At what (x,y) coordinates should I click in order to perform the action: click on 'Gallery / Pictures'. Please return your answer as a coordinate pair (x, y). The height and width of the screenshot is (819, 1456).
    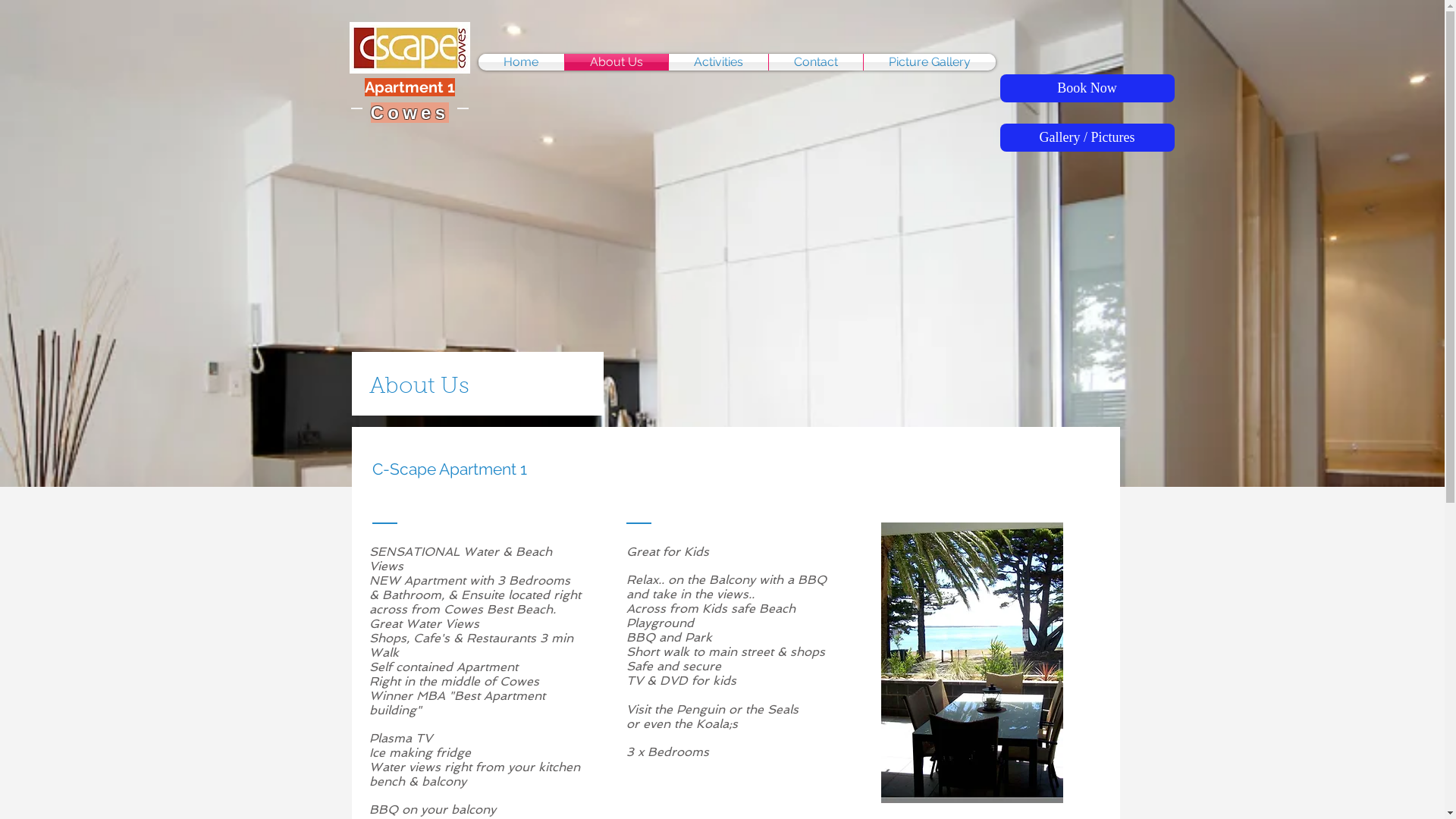
    Looking at the image, I should click on (1086, 137).